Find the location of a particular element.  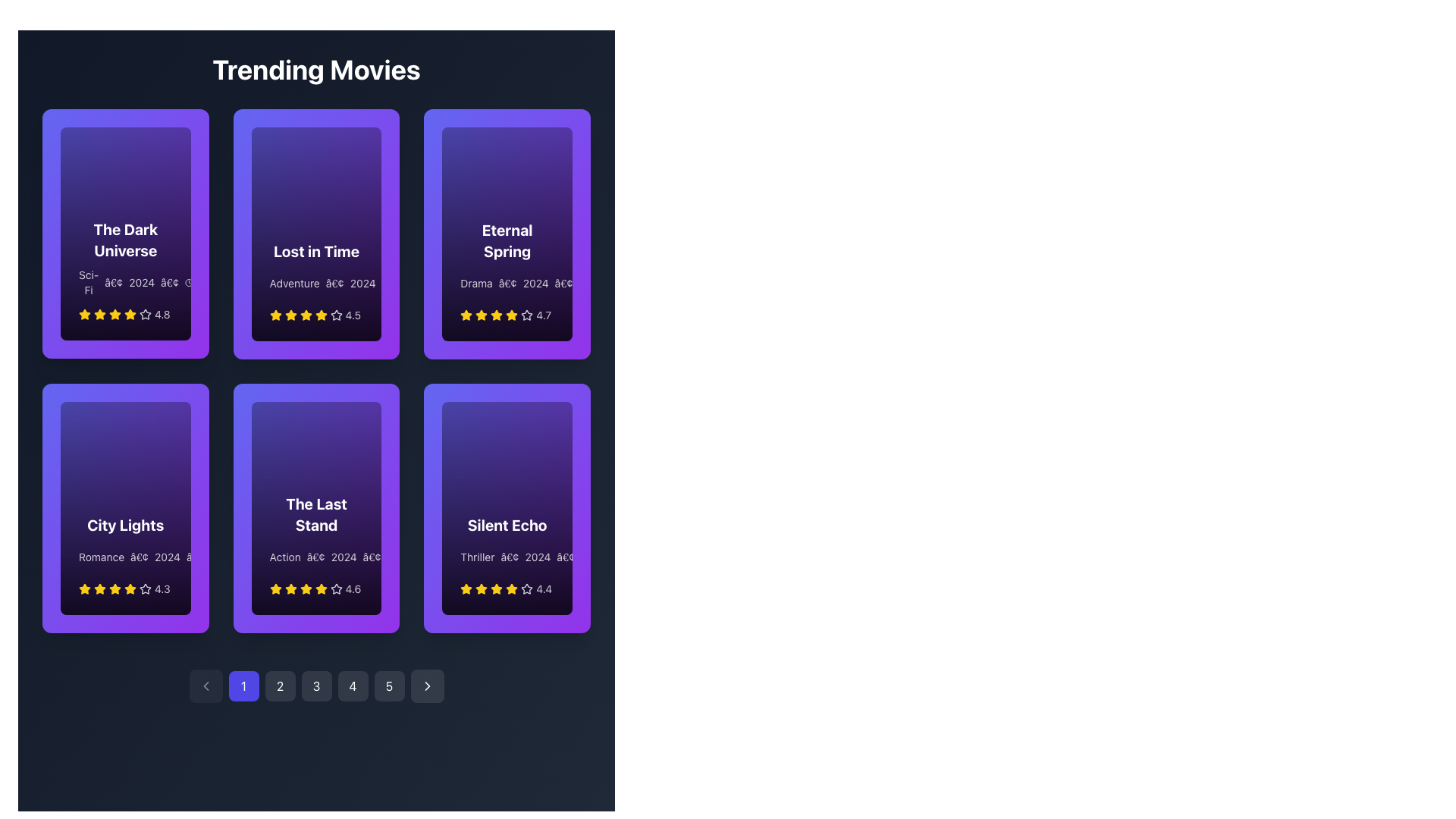

the informational card representing a movie is located at coordinates (125, 508).